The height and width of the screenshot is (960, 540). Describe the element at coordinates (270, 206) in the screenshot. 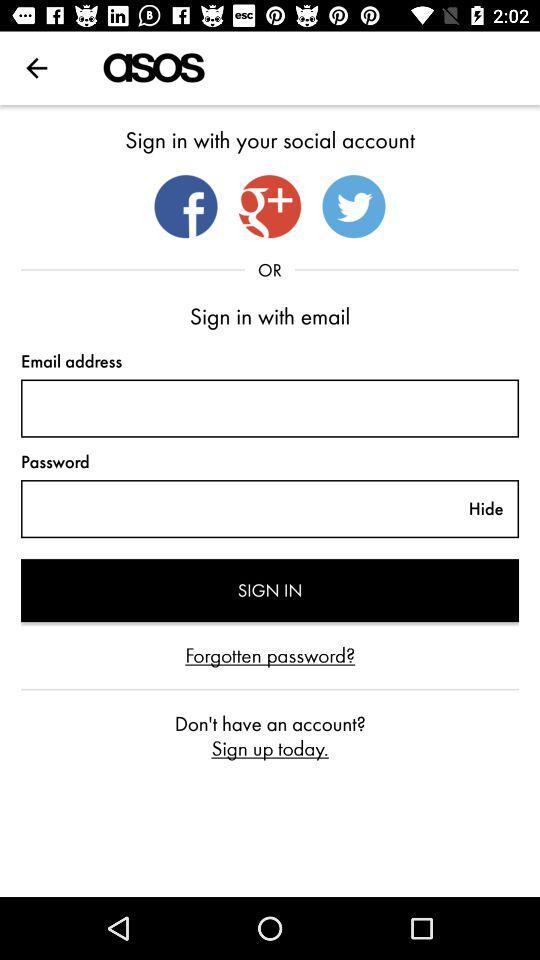

I see `sign in with google plus account` at that location.